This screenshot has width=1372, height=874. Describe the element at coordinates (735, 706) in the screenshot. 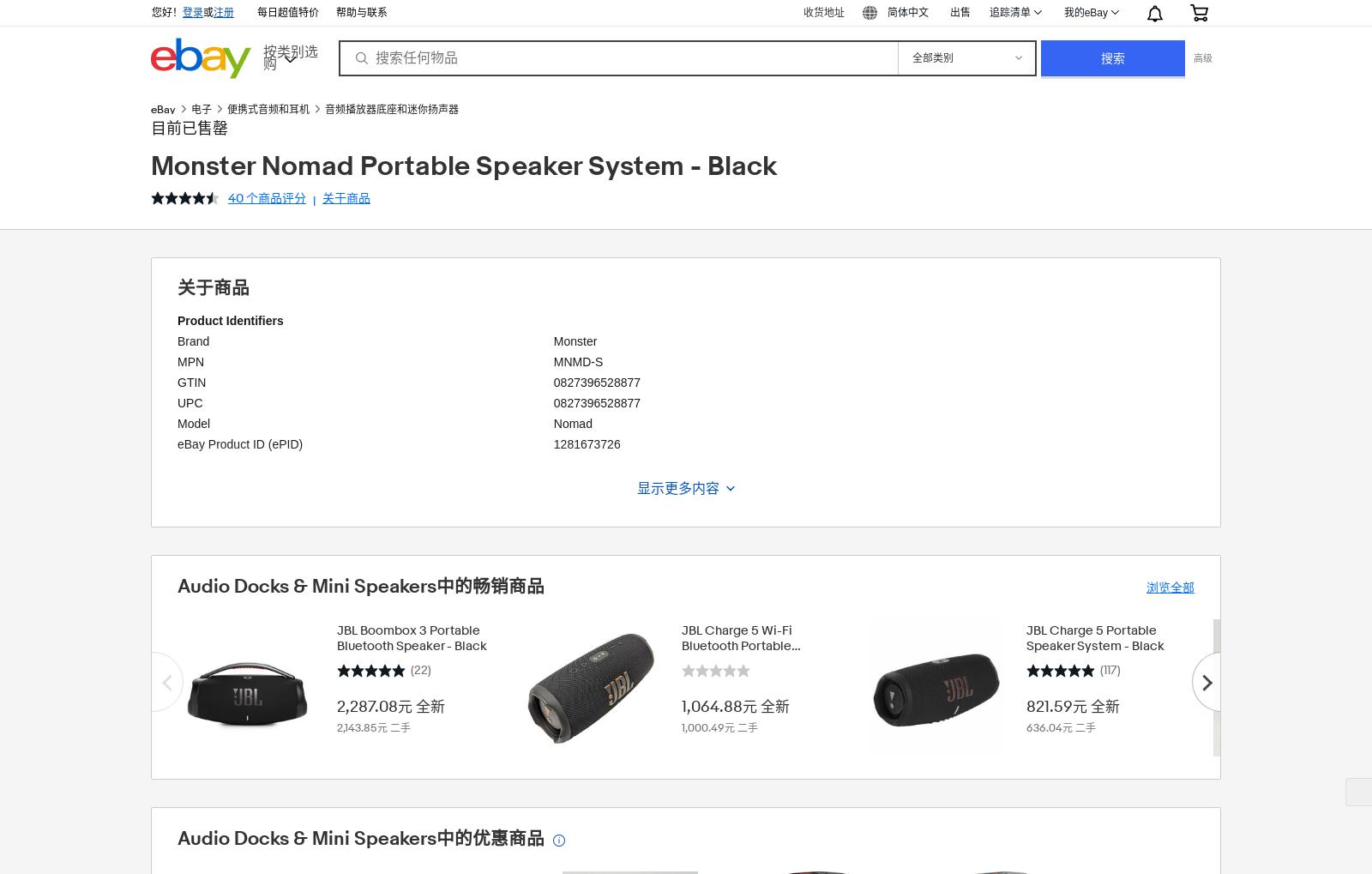

I see `'1,064.88元 全新'` at that location.